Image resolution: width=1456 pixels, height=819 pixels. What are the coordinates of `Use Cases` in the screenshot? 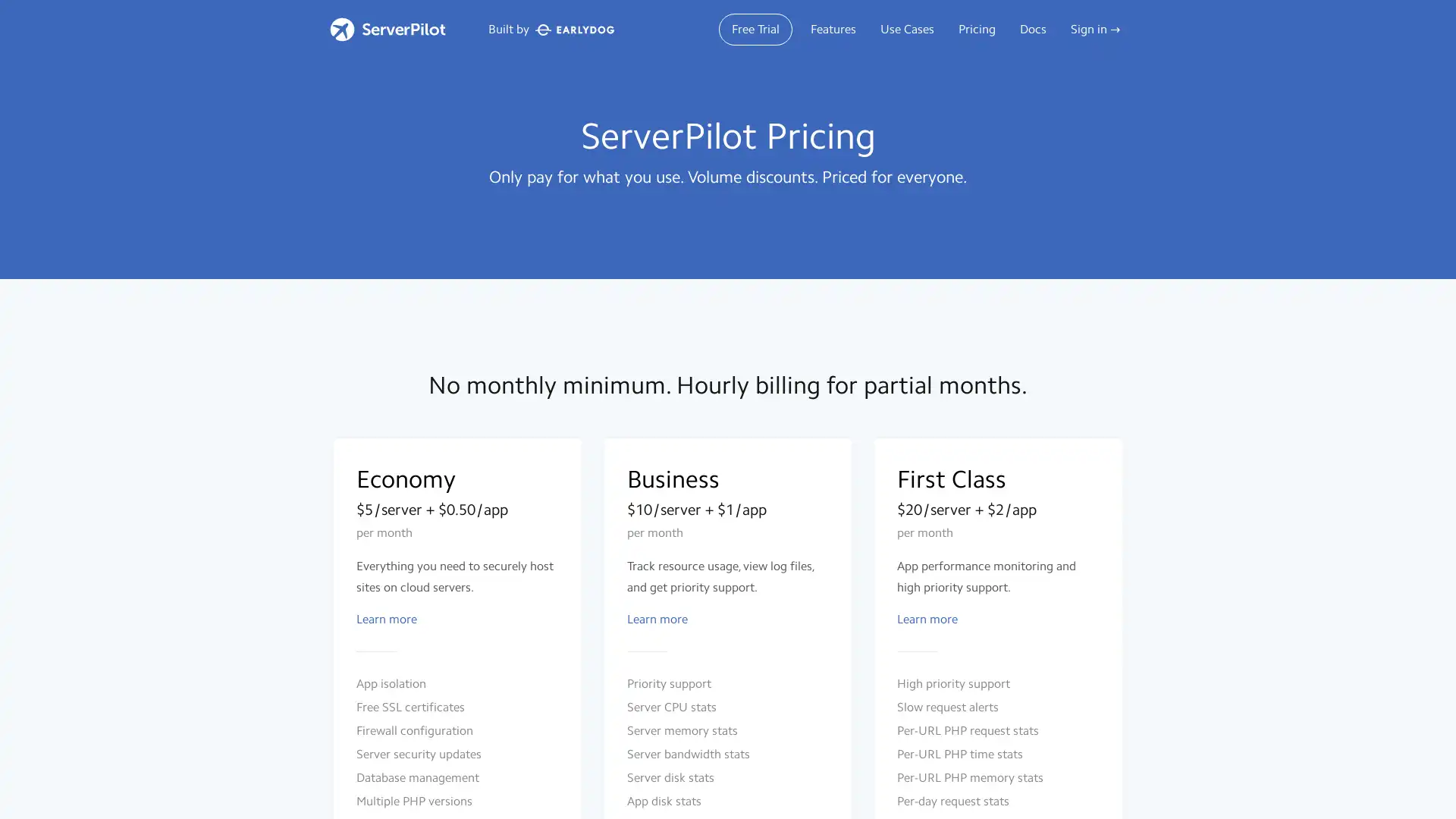 It's located at (907, 29).